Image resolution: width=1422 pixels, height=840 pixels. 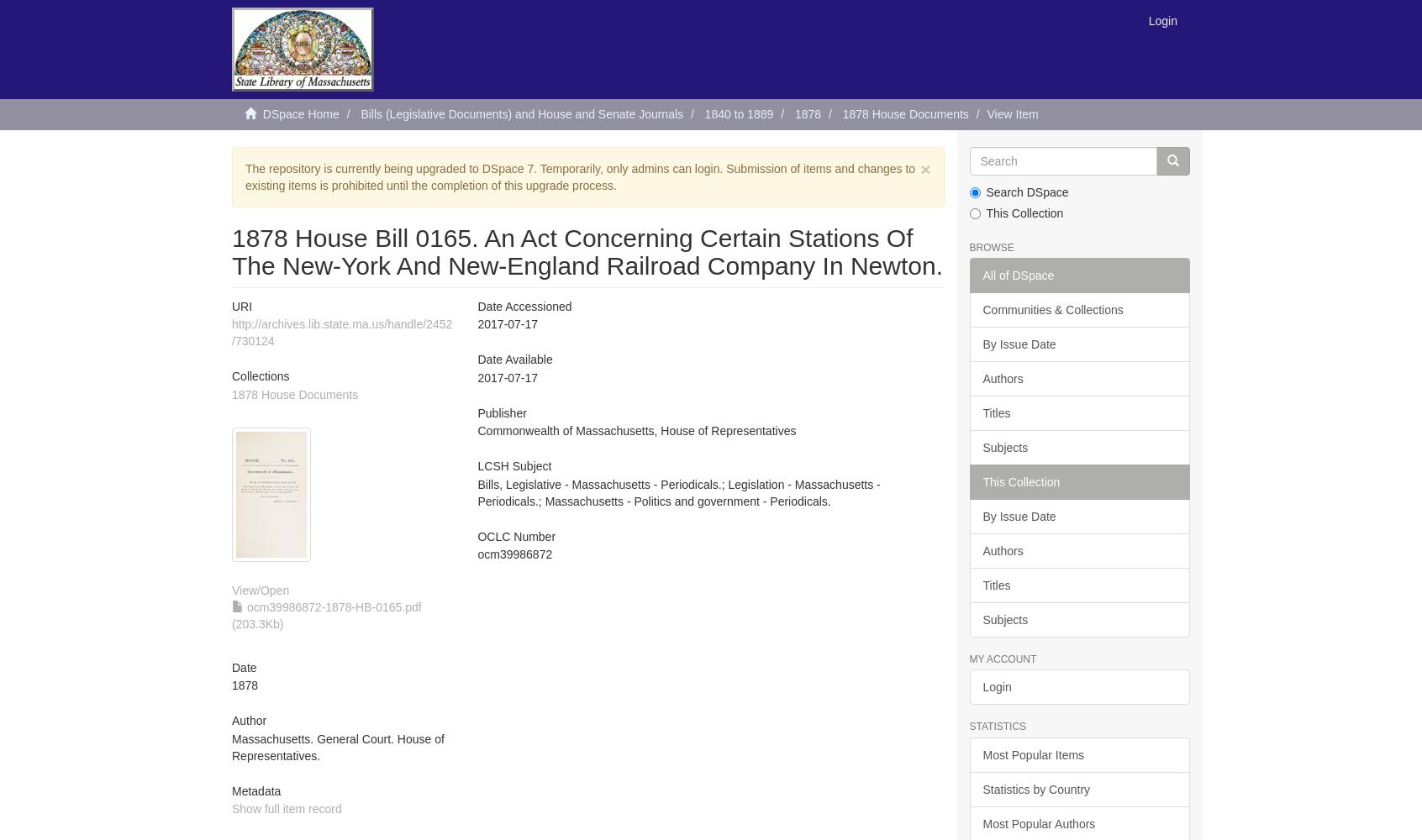 I want to click on 'ocm39986872', so click(x=513, y=554).